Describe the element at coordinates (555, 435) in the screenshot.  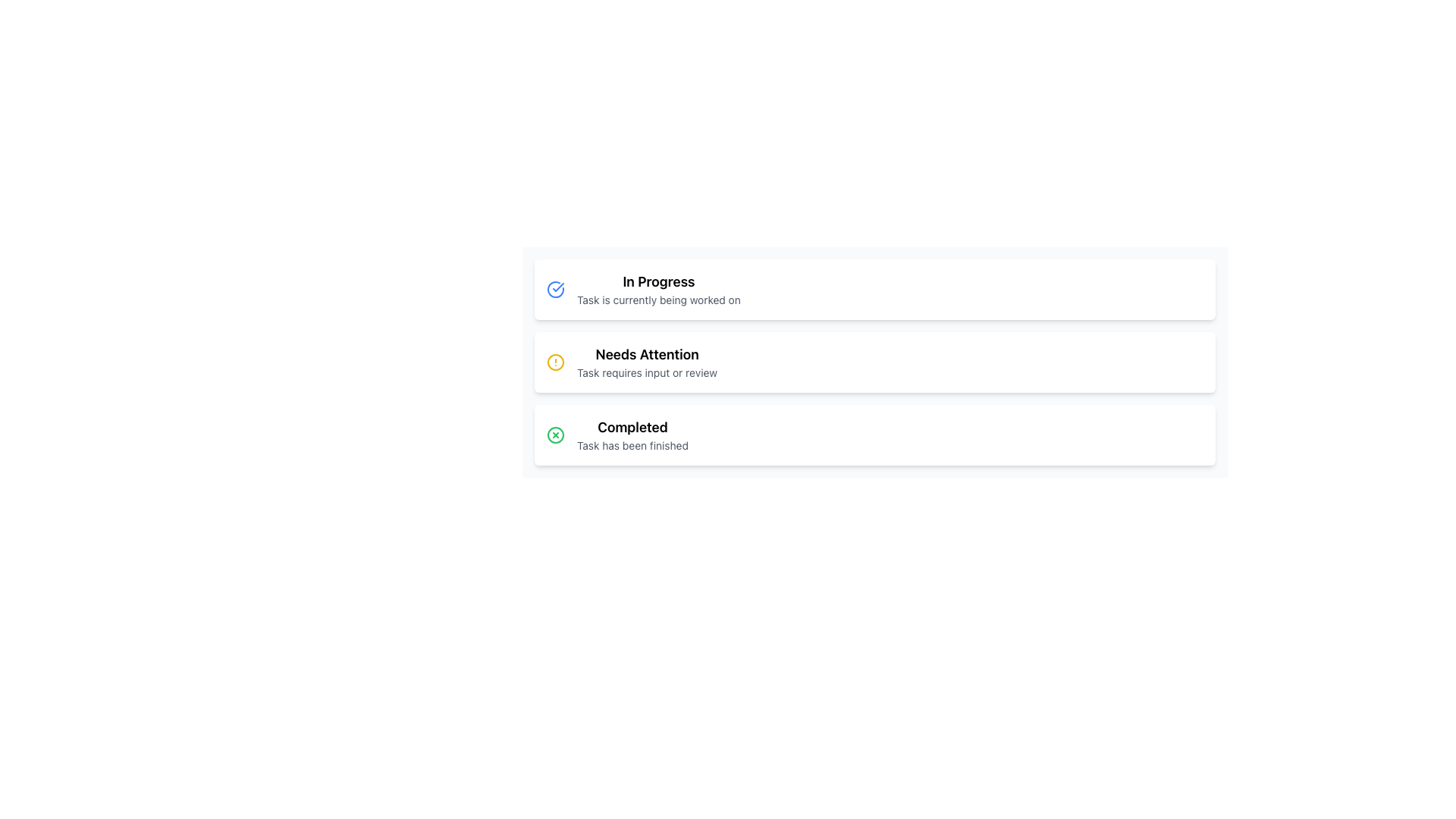
I see `the circular icon with a green border and red 'X' symbol, which is located to the left of the 'Completed' label` at that location.